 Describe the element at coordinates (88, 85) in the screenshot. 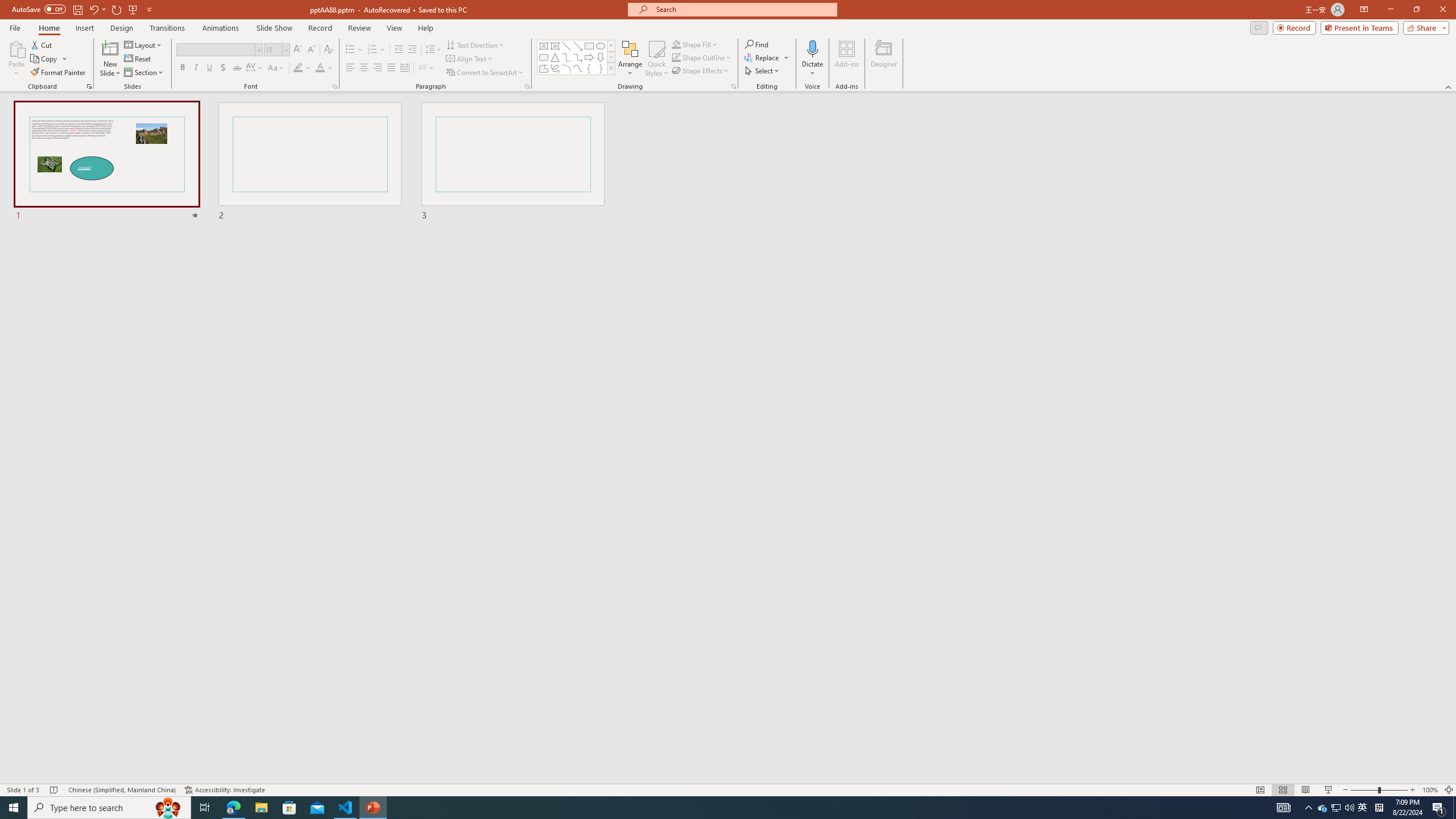

I see `'Office Clipboard...'` at that location.